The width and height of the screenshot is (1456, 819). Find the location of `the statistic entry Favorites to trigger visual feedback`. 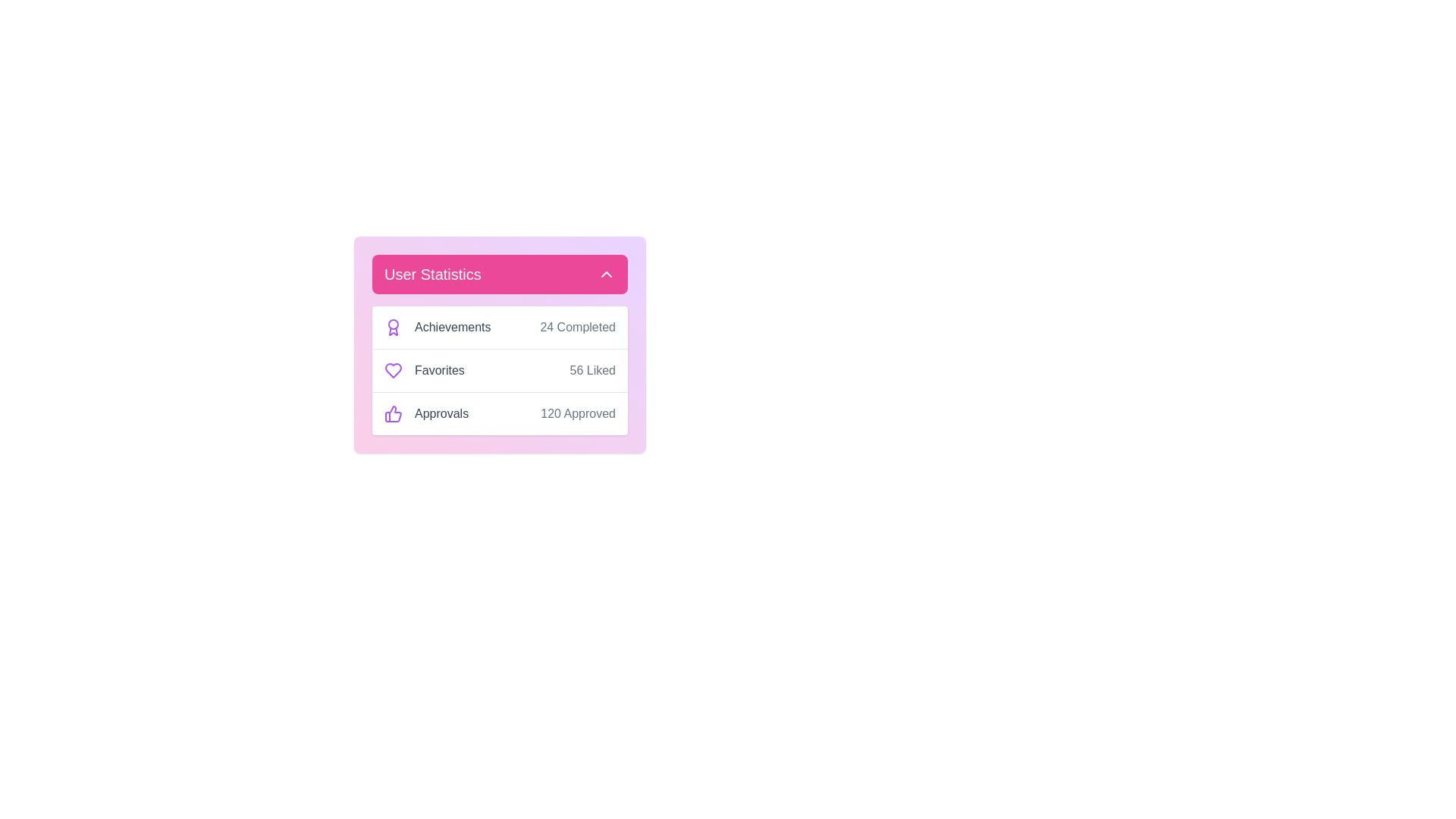

the statistic entry Favorites to trigger visual feedback is located at coordinates (431, 371).